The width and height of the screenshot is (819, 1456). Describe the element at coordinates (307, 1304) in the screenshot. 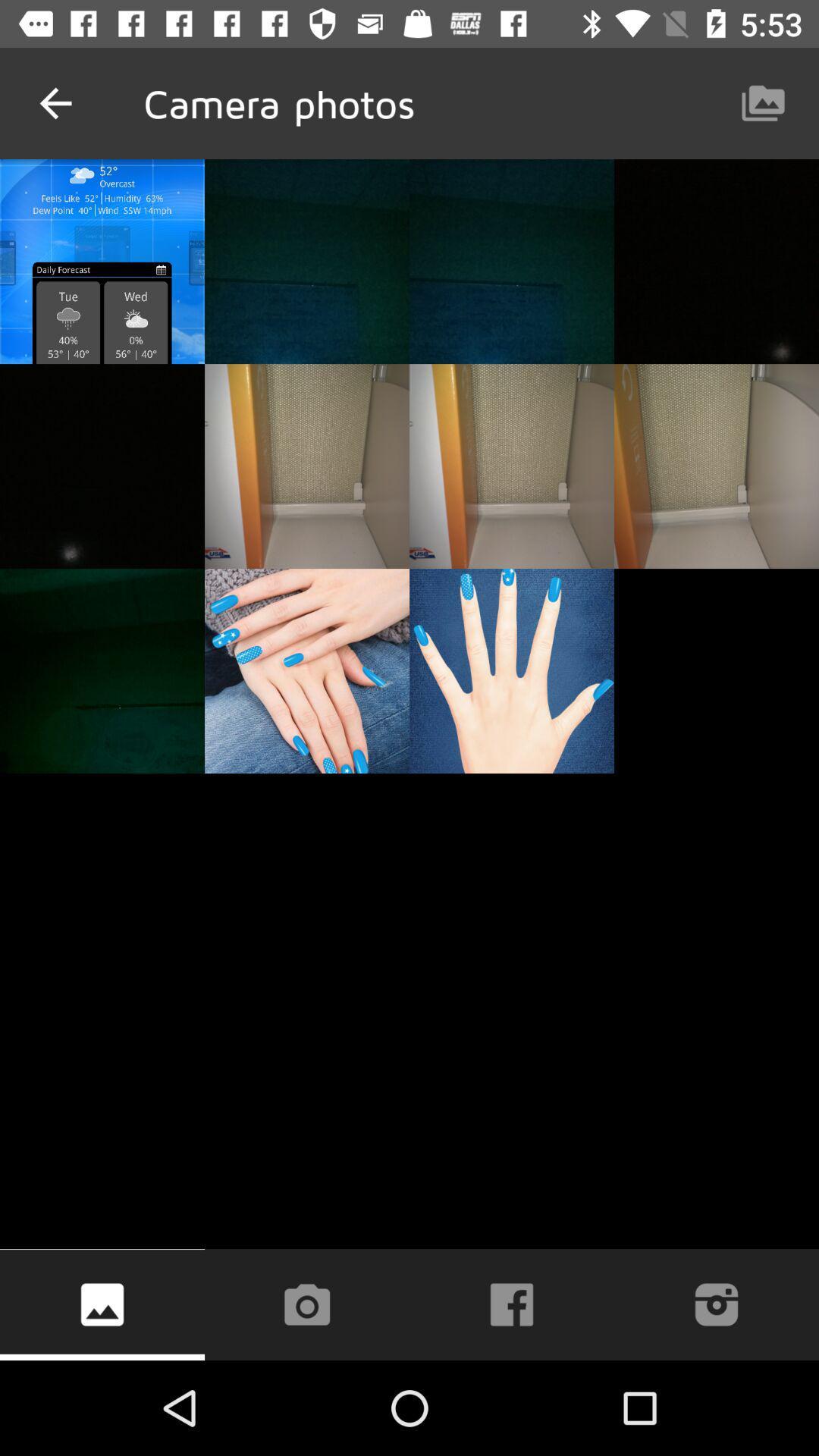

I see `the photo icon` at that location.